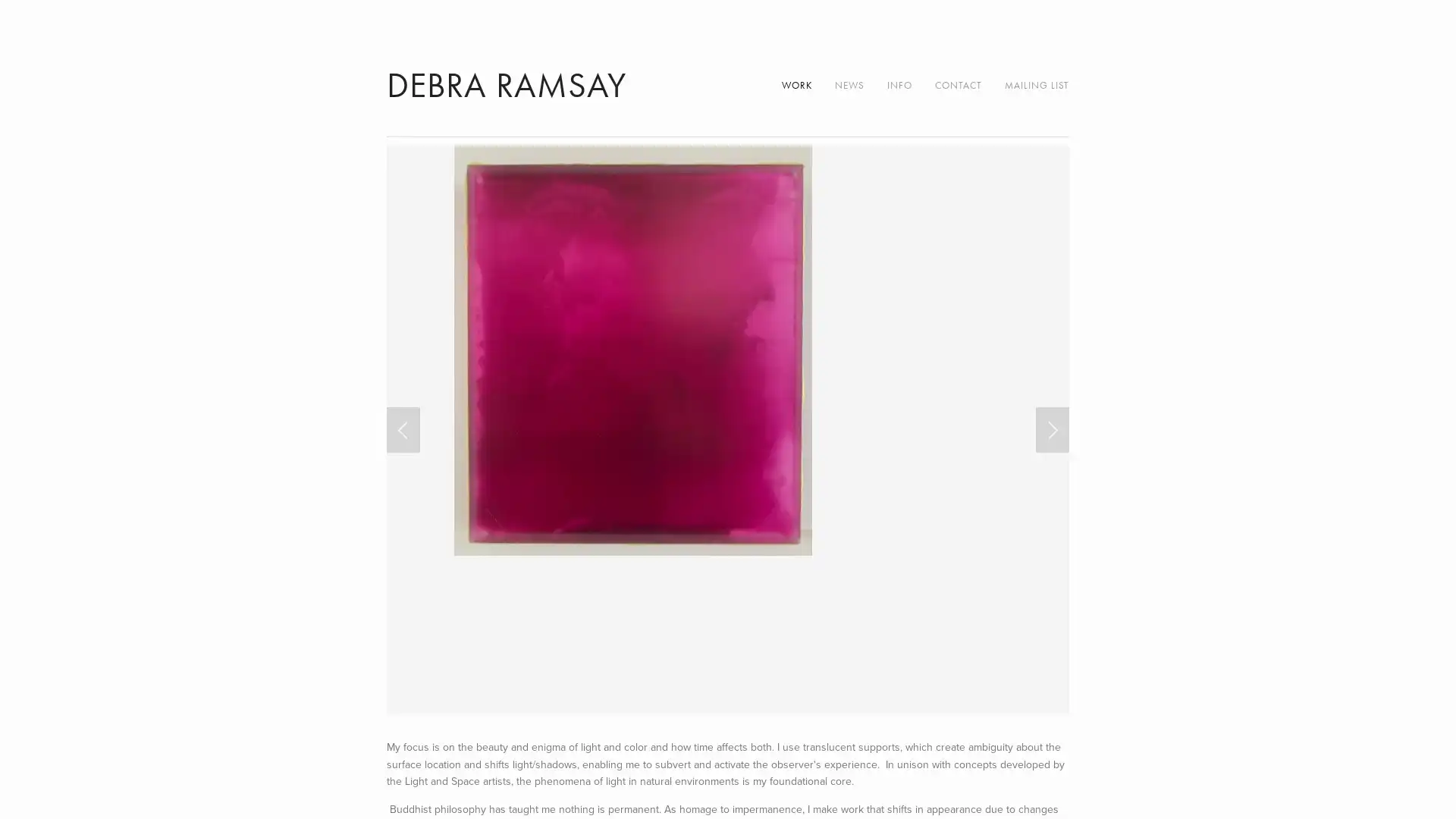  I want to click on Previous Slide, so click(403, 429).